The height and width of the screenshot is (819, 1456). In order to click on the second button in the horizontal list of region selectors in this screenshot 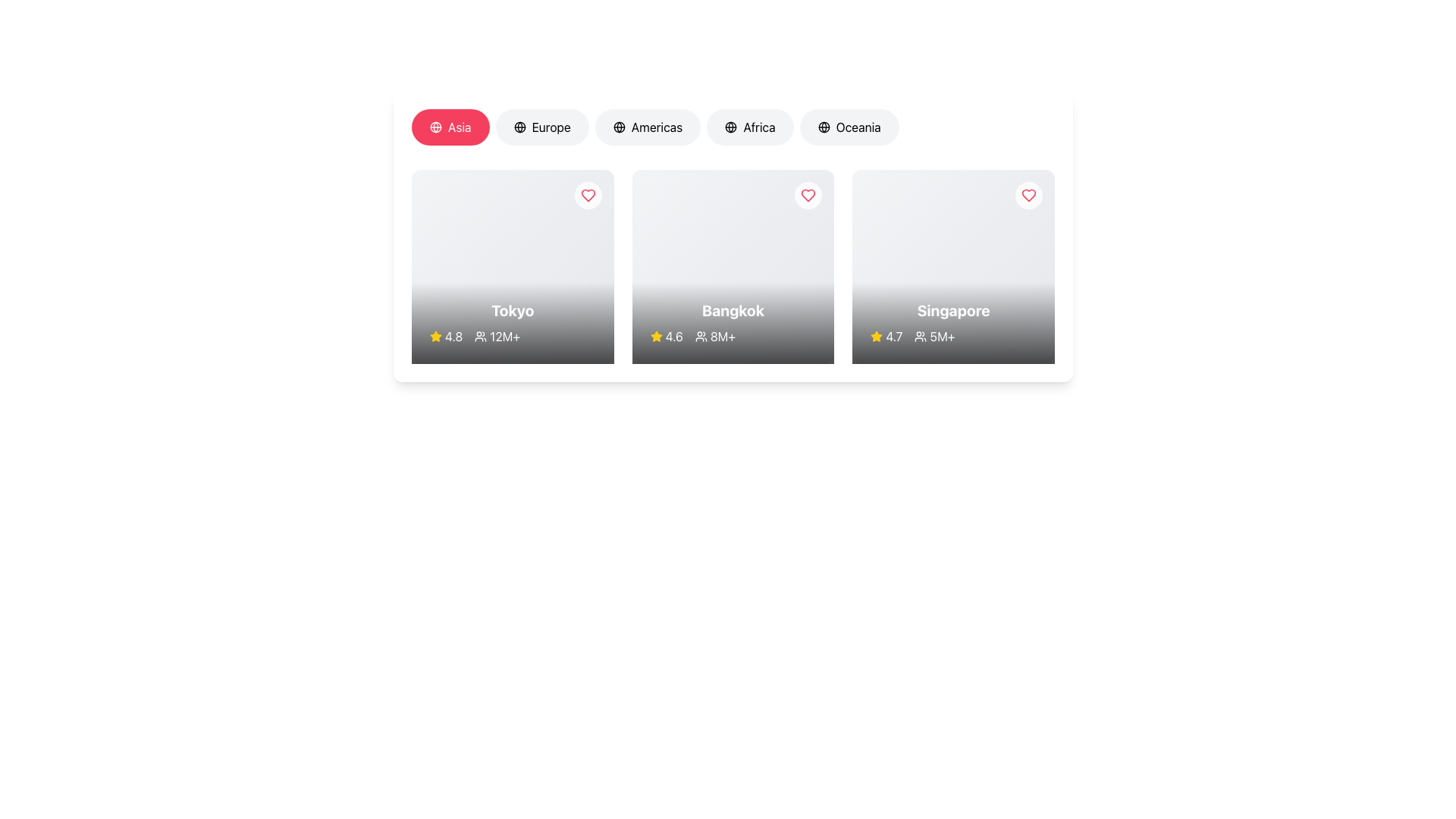, I will do `click(542, 127)`.